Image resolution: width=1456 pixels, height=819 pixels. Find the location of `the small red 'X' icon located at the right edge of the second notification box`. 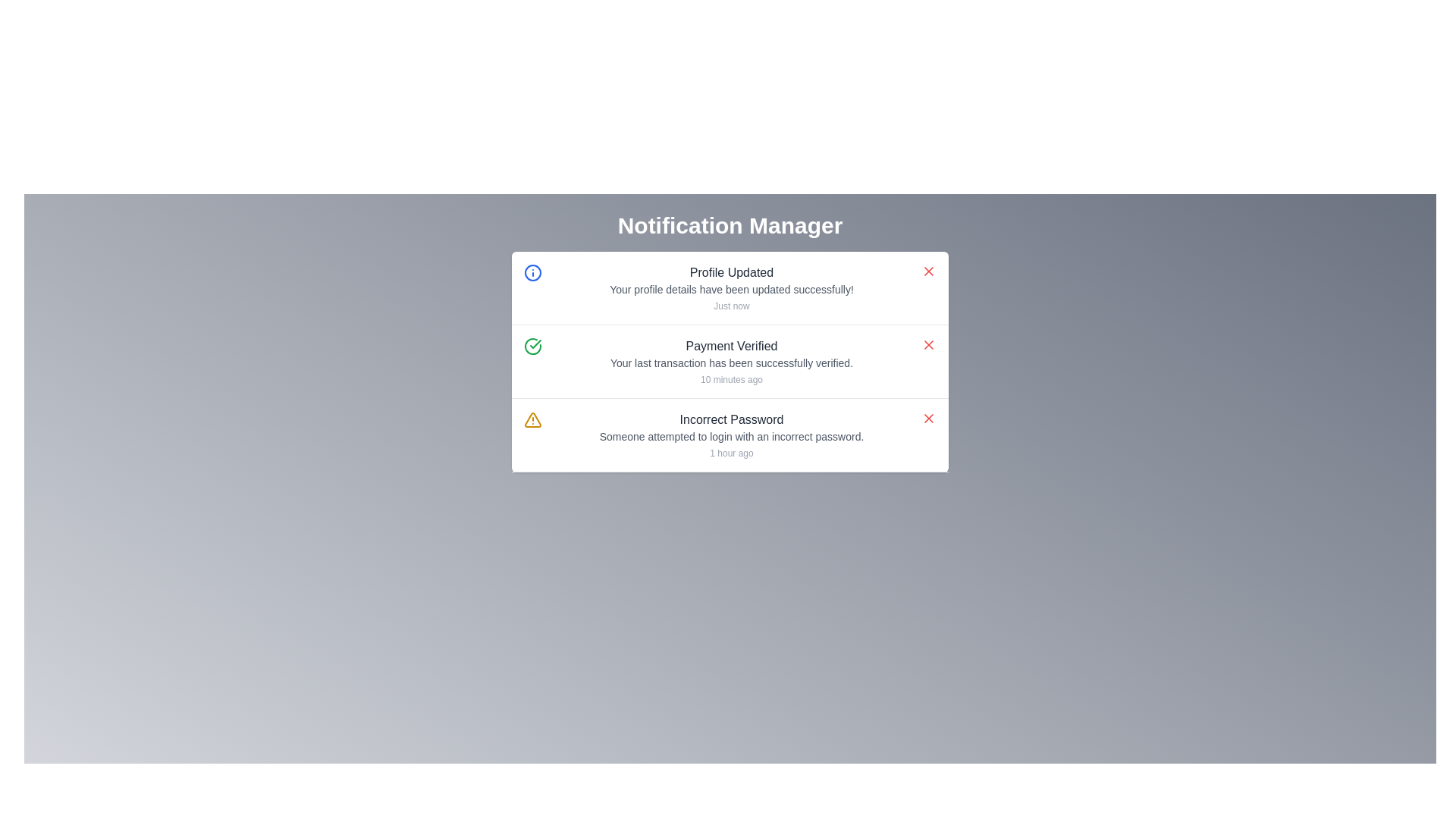

the small red 'X' icon located at the right edge of the second notification box is located at coordinates (927, 345).